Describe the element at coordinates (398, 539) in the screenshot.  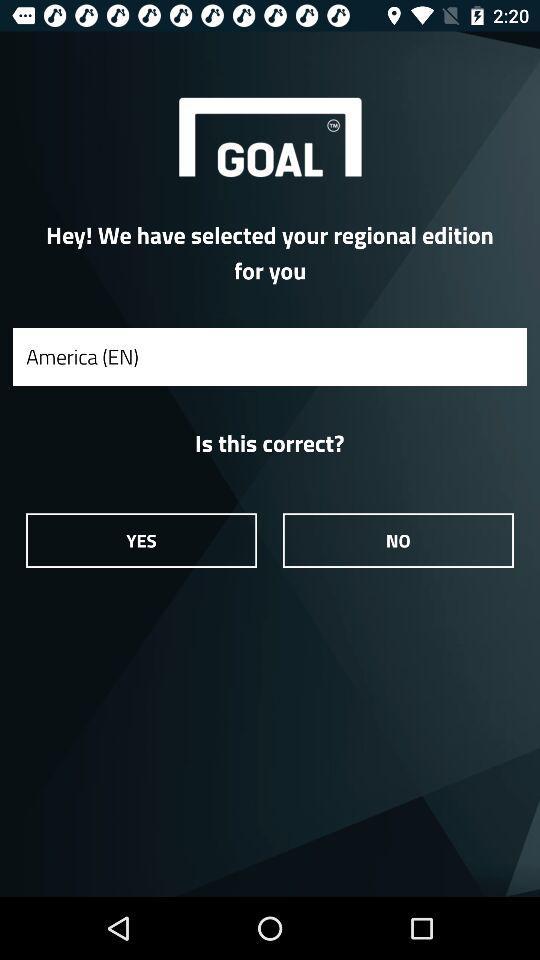
I see `no icon` at that location.